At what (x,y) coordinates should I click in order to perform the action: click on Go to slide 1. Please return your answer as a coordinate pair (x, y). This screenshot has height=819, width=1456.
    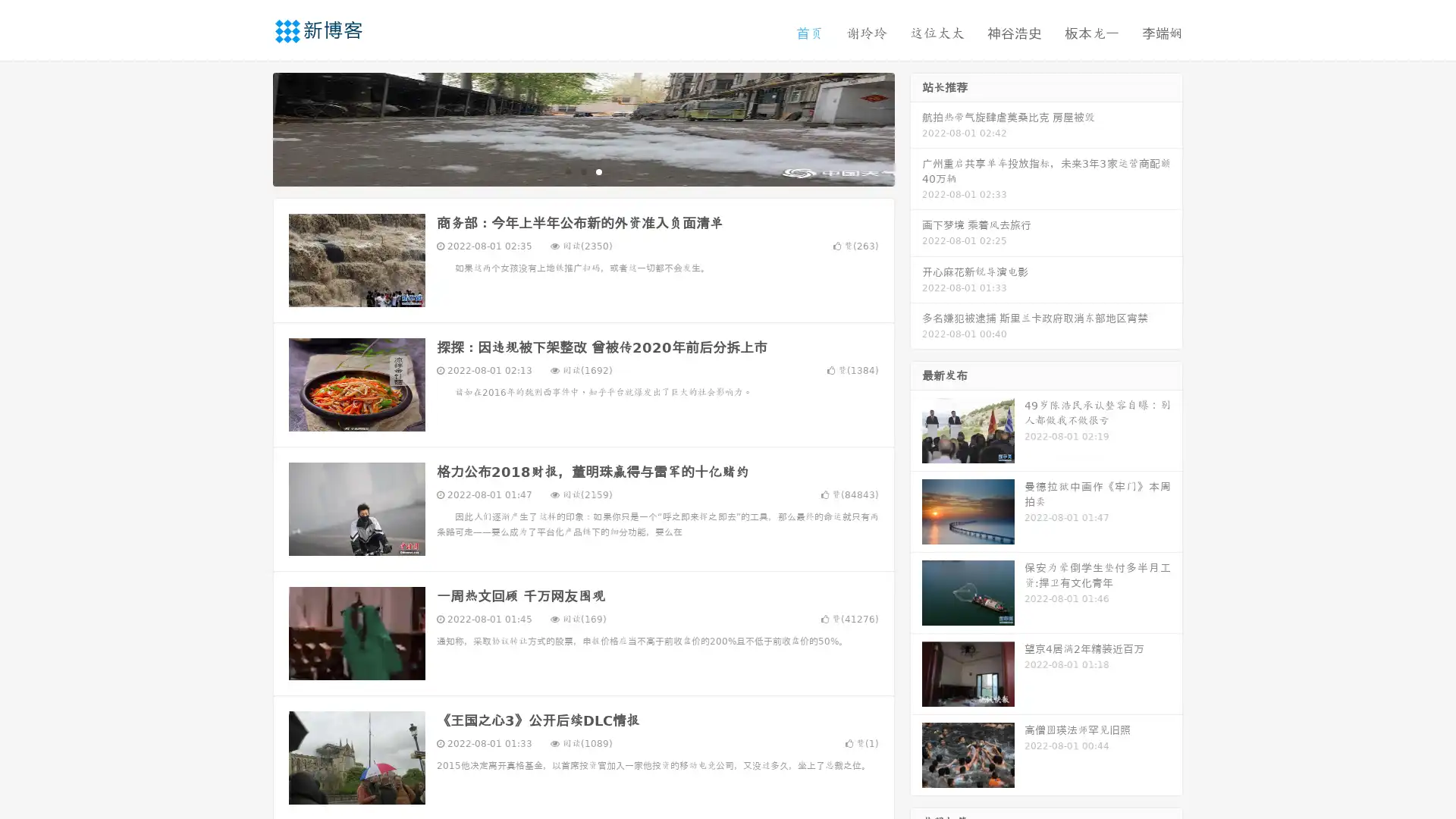
    Looking at the image, I should click on (567, 171).